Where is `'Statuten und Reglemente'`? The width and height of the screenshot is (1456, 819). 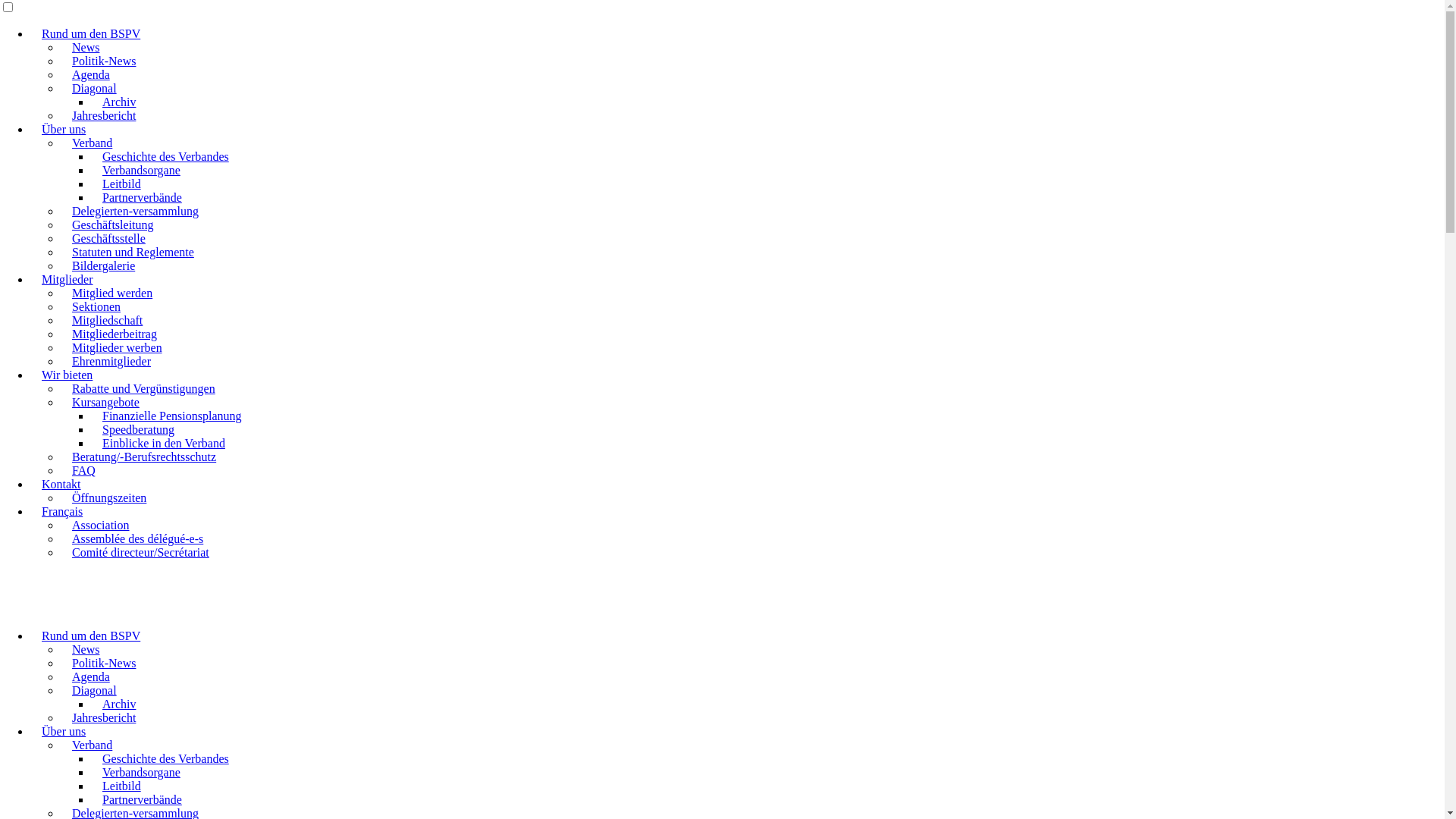
'Statuten und Reglemente' is located at coordinates (133, 251).